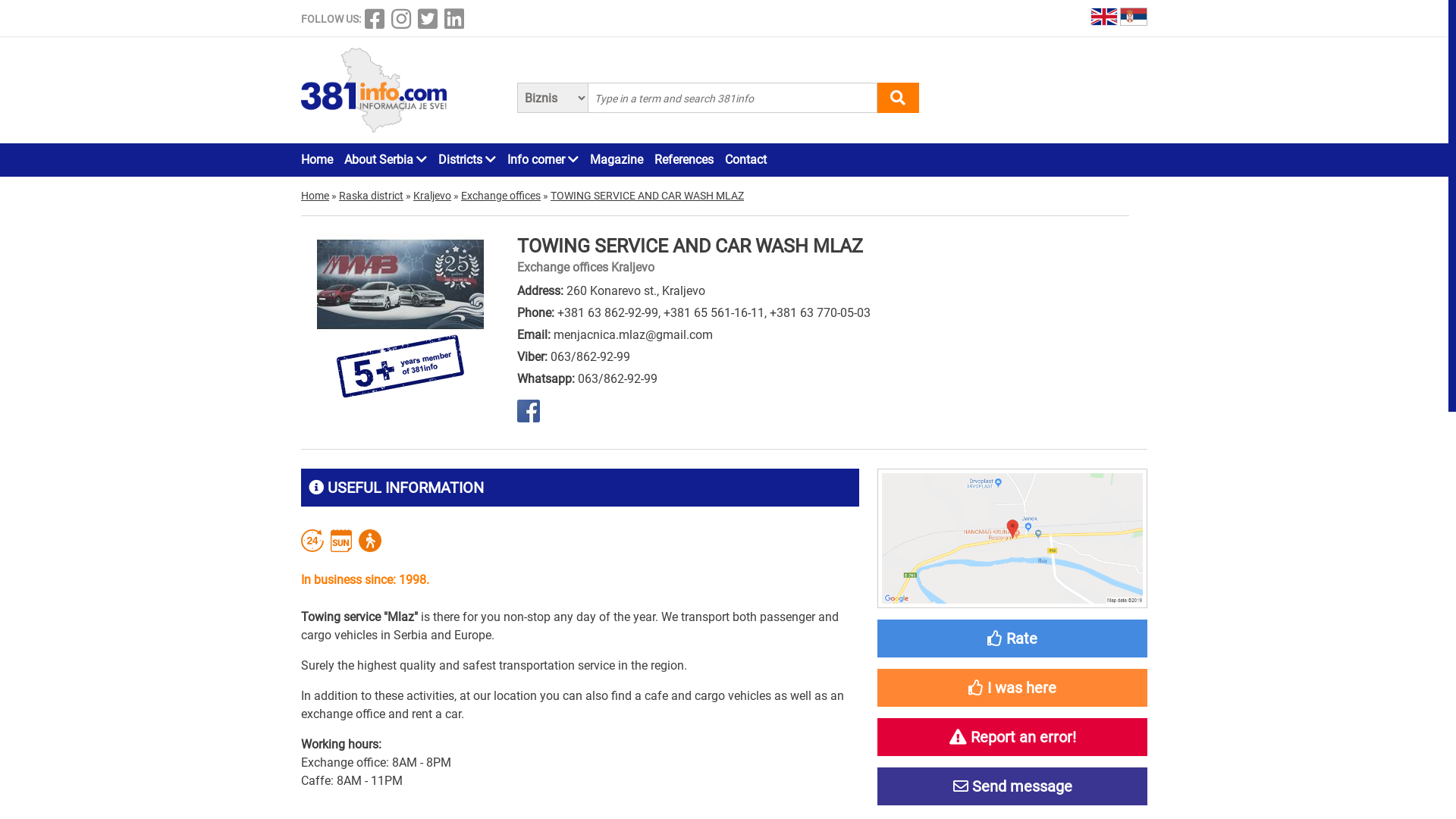  I want to click on 'menjacnica.mlaz@gmail.com', so click(633, 334).